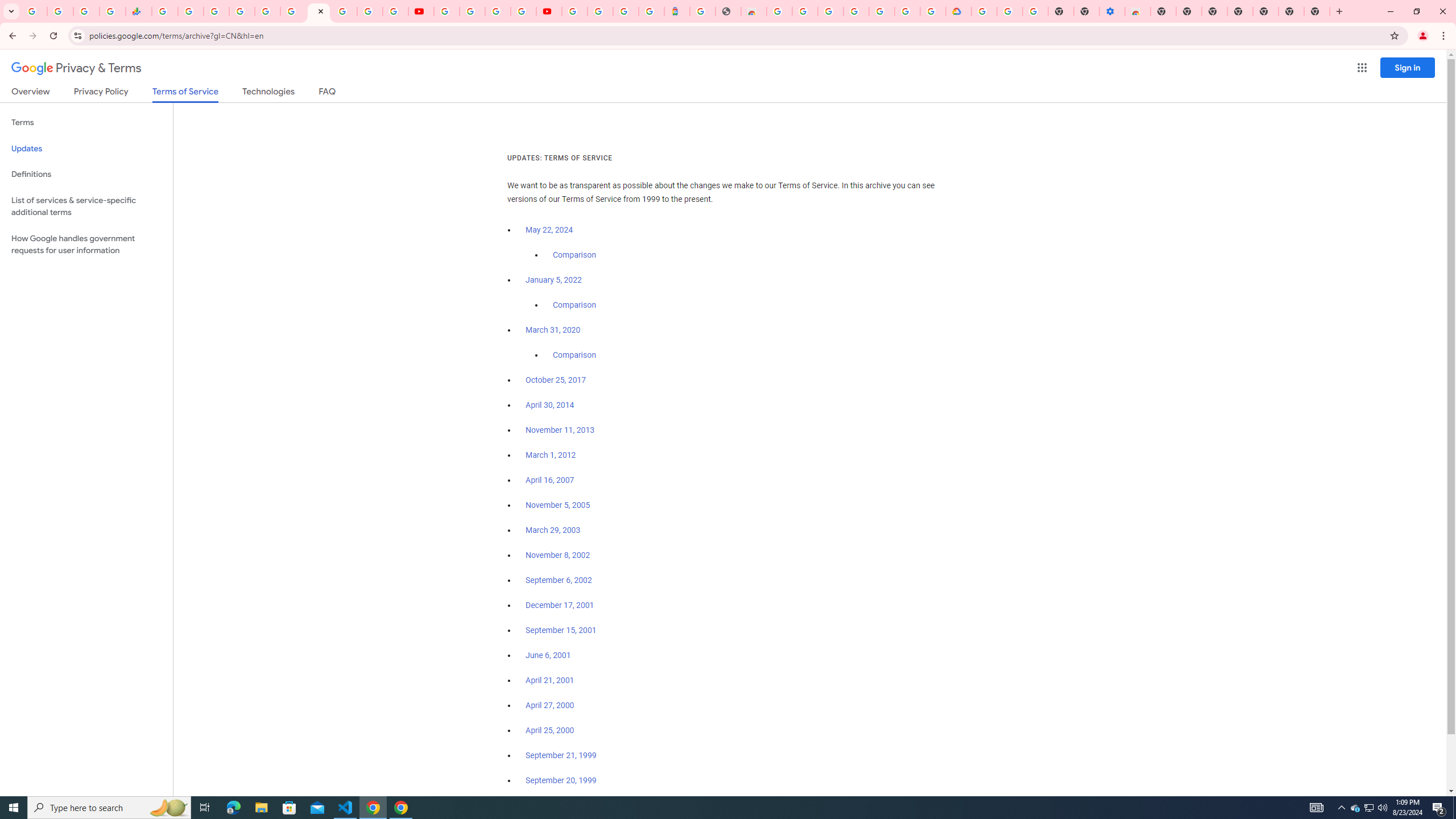 The image size is (1456, 819). Describe the element at coordinates (552, 530) in the screenshot. I see `'March 29, 2003'` at that location.